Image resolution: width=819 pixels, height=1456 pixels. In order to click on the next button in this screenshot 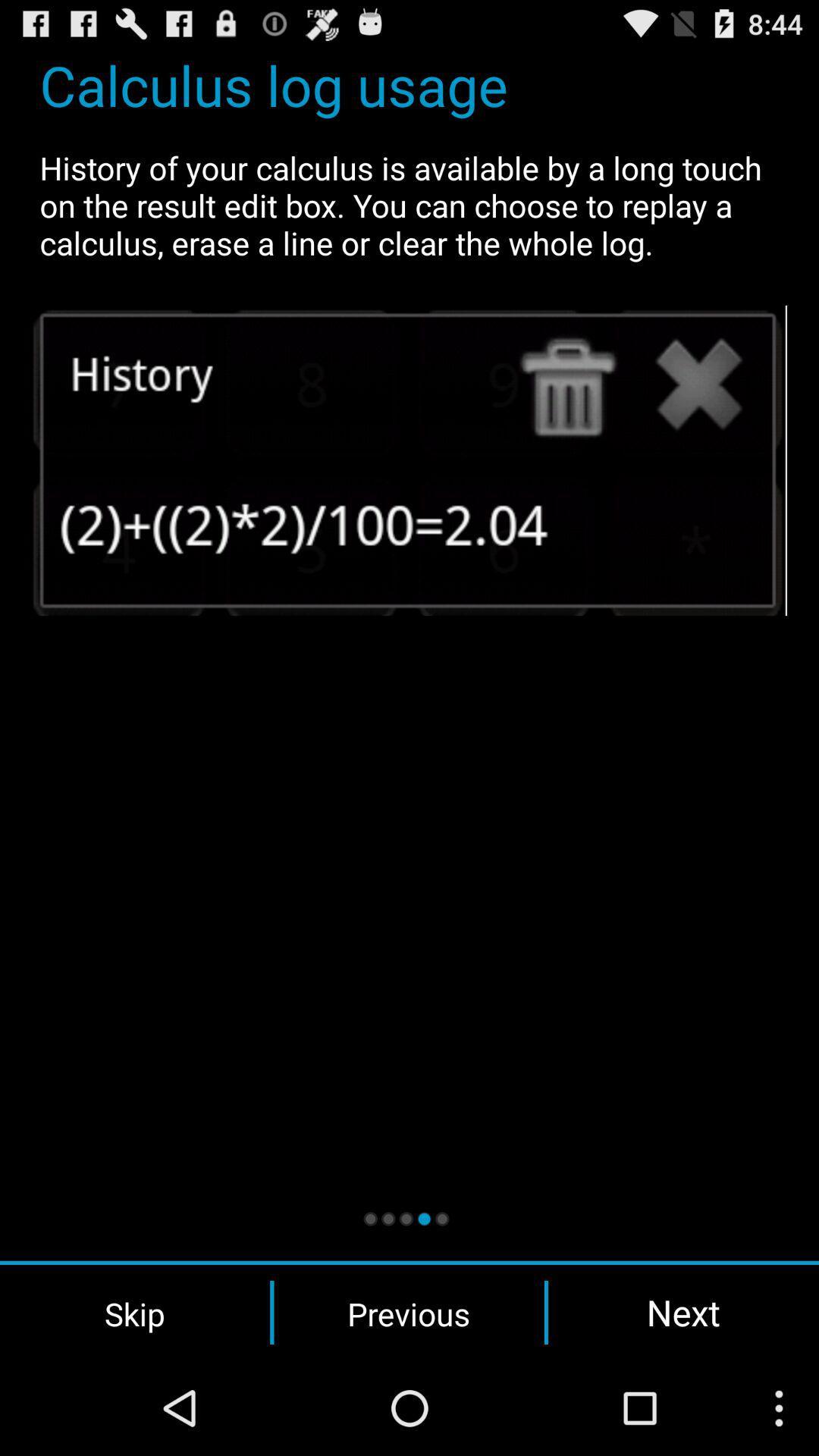, I will do `click(683, 1312)`.